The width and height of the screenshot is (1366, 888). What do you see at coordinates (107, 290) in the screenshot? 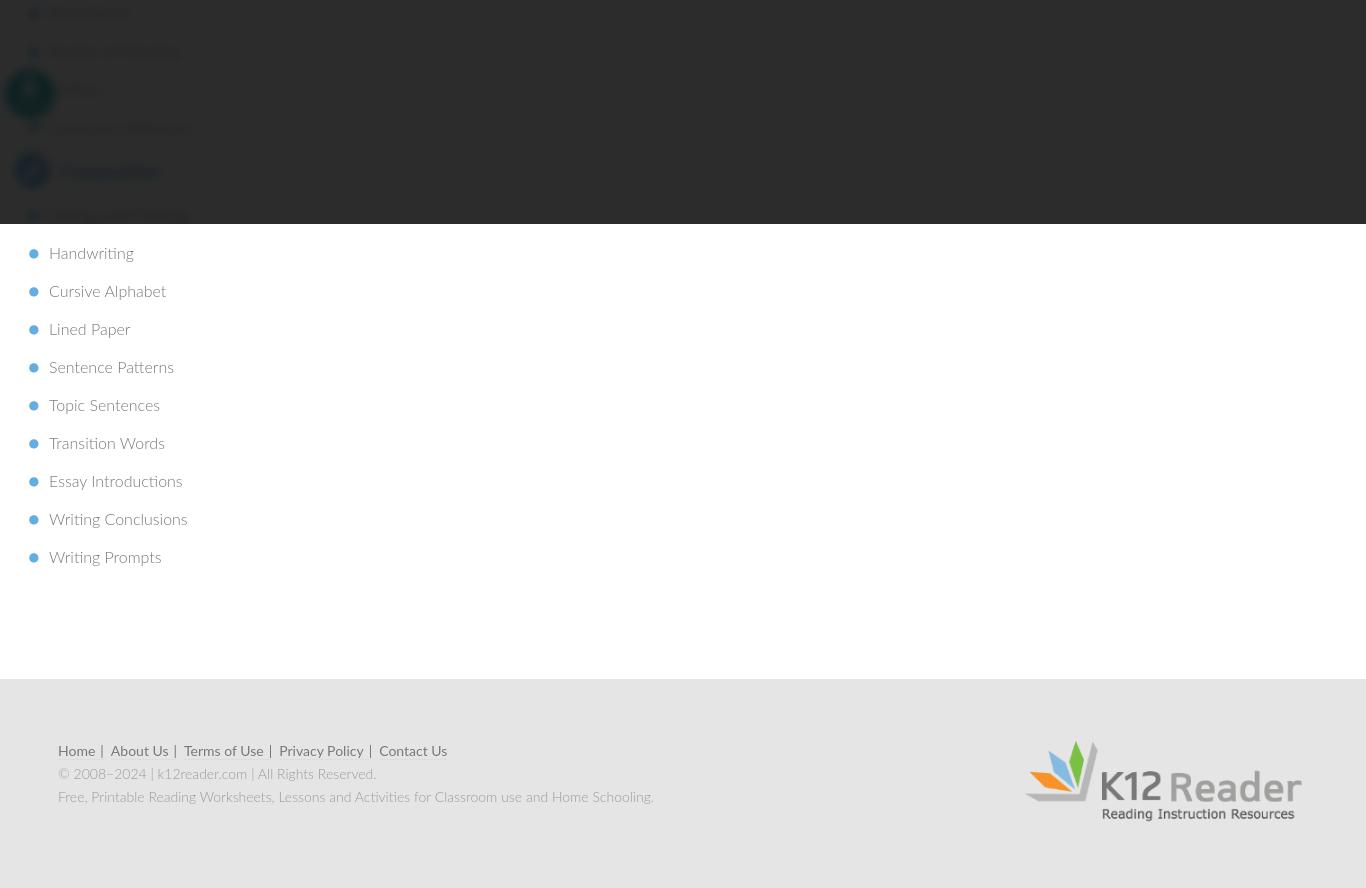
I see `'Cursive Alphabet'` at bounding box center [107, 290].